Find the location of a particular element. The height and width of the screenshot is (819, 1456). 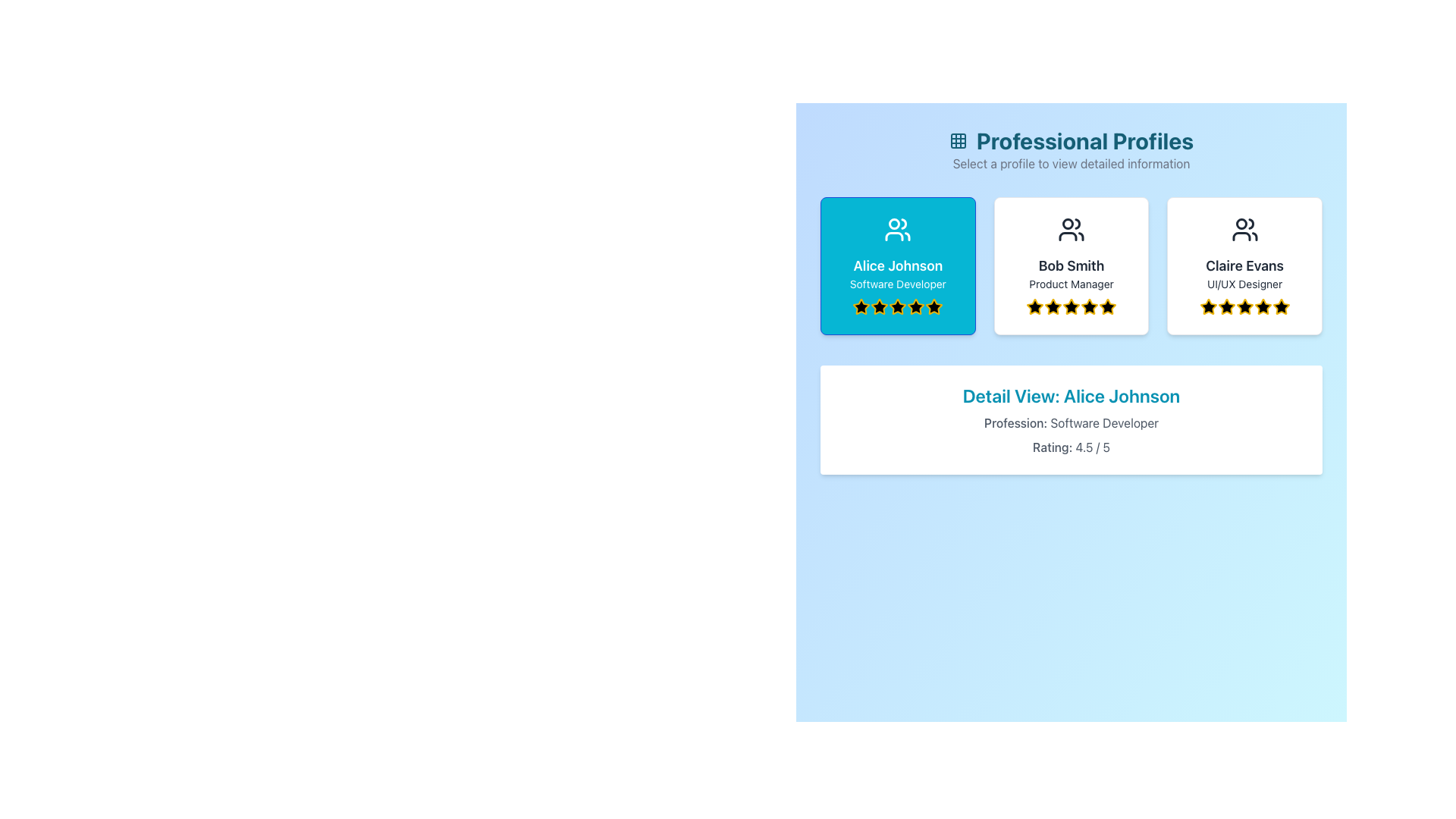

the 'Product Manager' text label located within the 'Bob Smith' card, which is centered below the name and above the star-rating icons is located at coordinates (1070, 284).